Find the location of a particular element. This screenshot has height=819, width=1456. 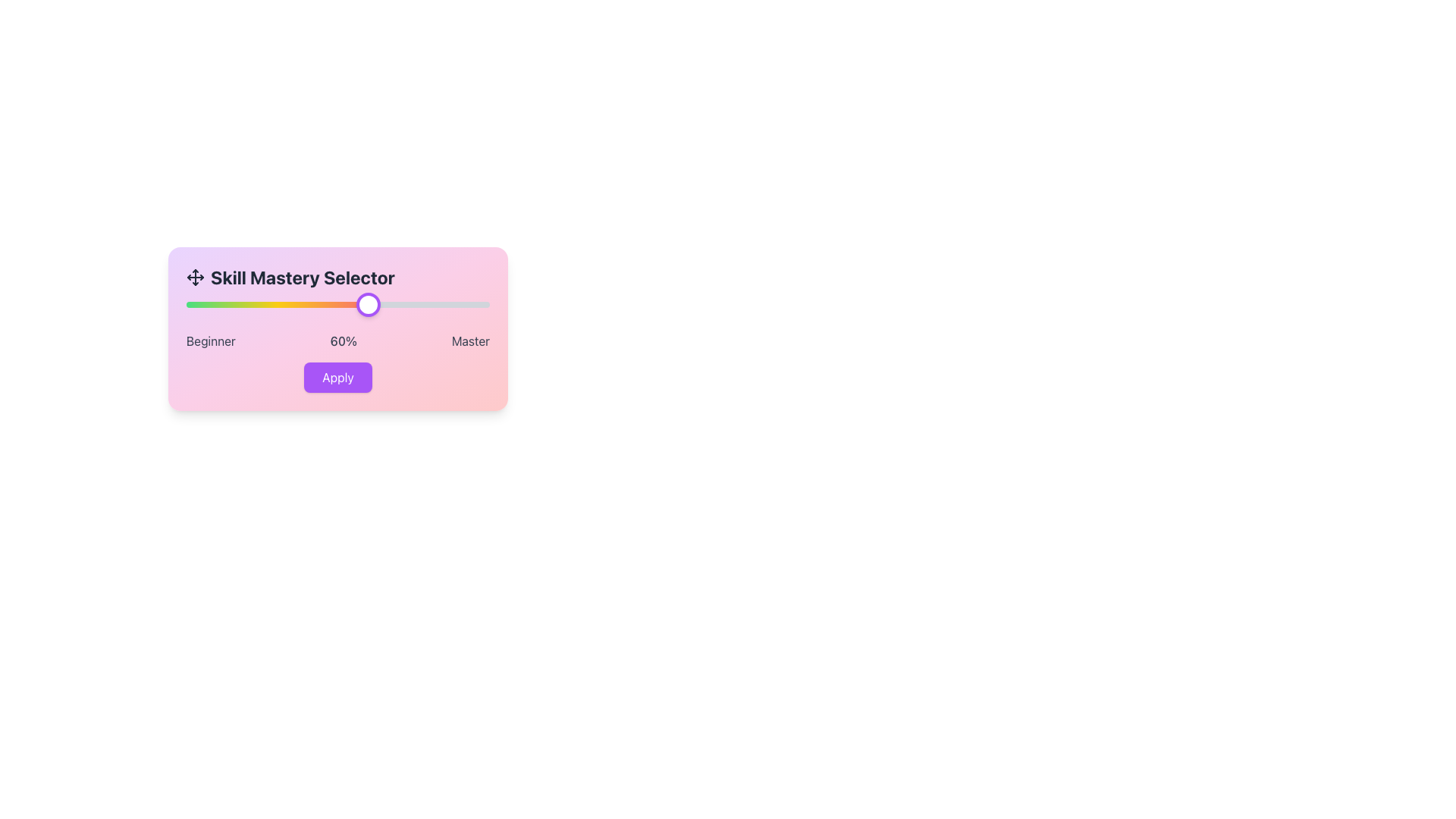

the Skill Mastery level is located at coordinates (431, 304).